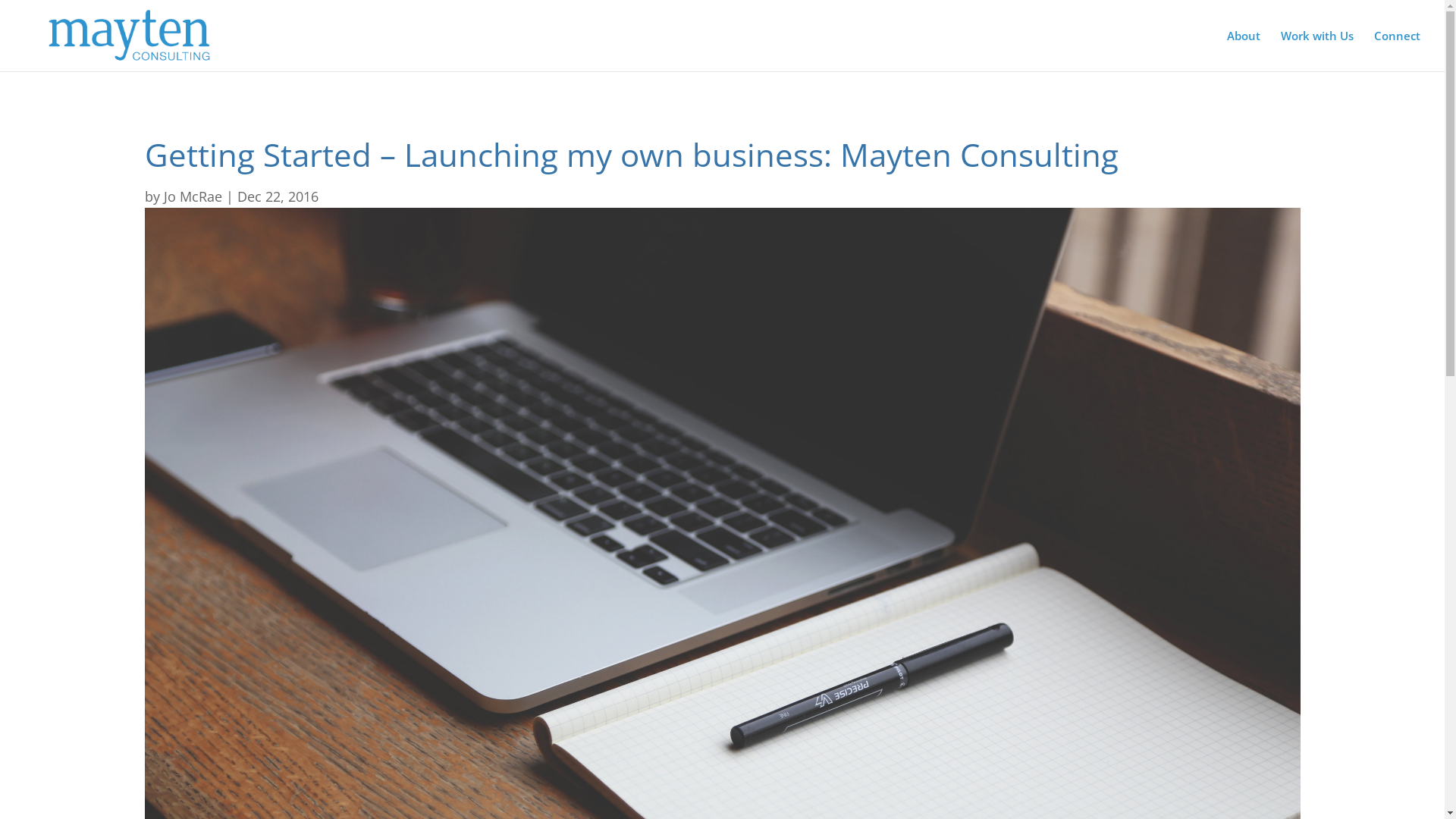 Image resolution: width=1456 pixels, height=819 pixels. Describe the element at coordinates (164, 195) in the screenshot. I see `'Jo McRae'` at that location.